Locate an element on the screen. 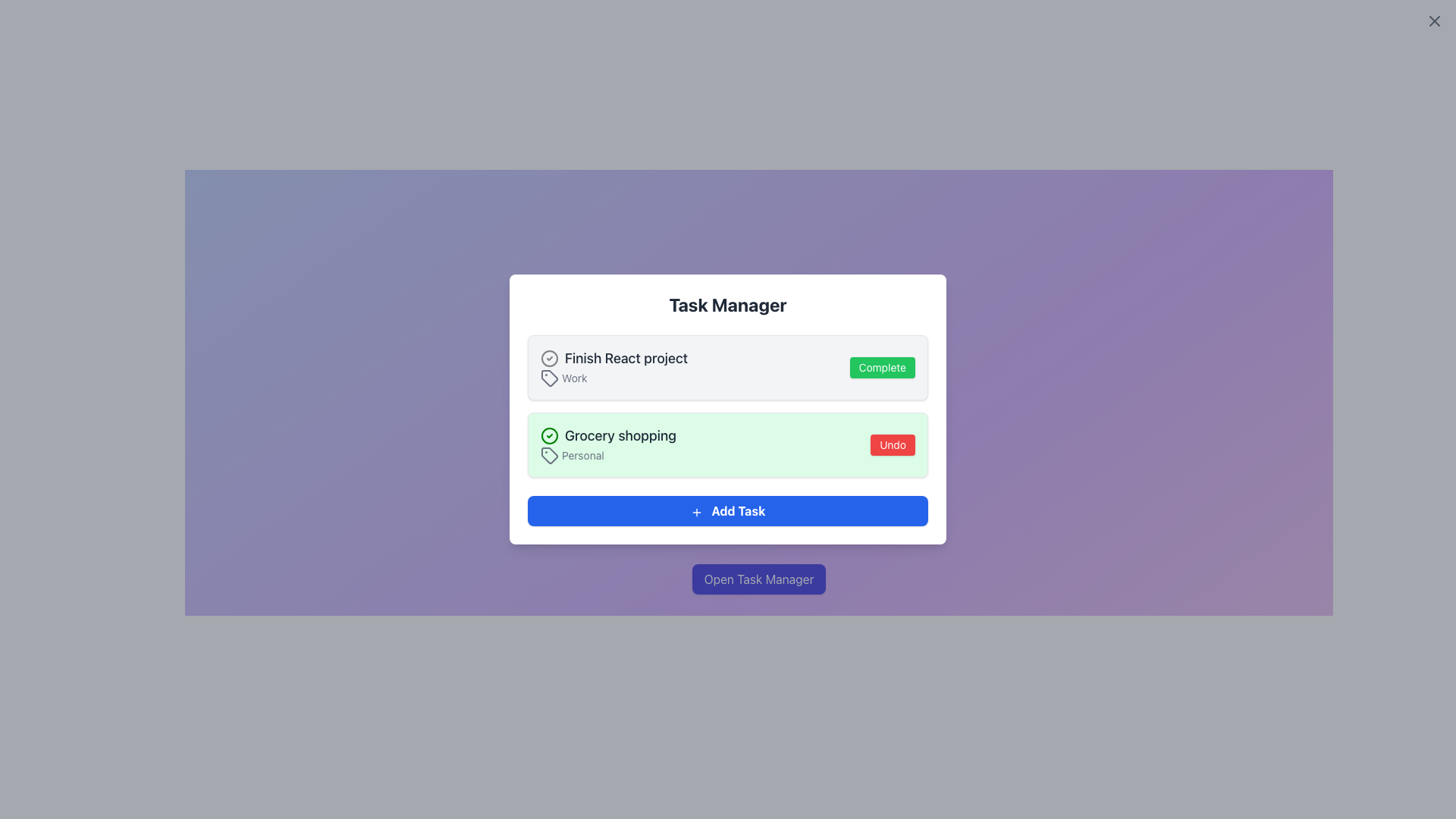 The height and width of the screenshot is (819, 1456). the interactive button located at the bottom center of the interface is located at coordinates (759, 579).